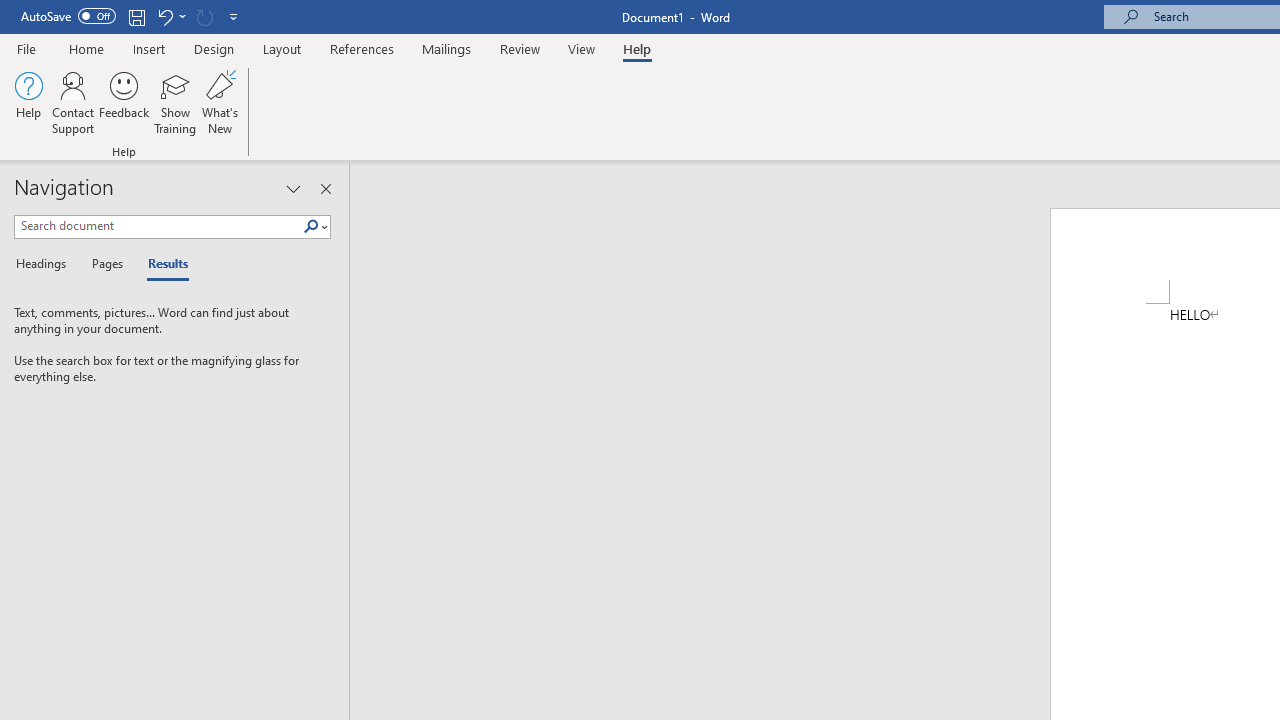 This screenshot has width=1280, height=720. Describe the element at coordinates (85, 48) in the screenshot. I see `'Home'` at that location.